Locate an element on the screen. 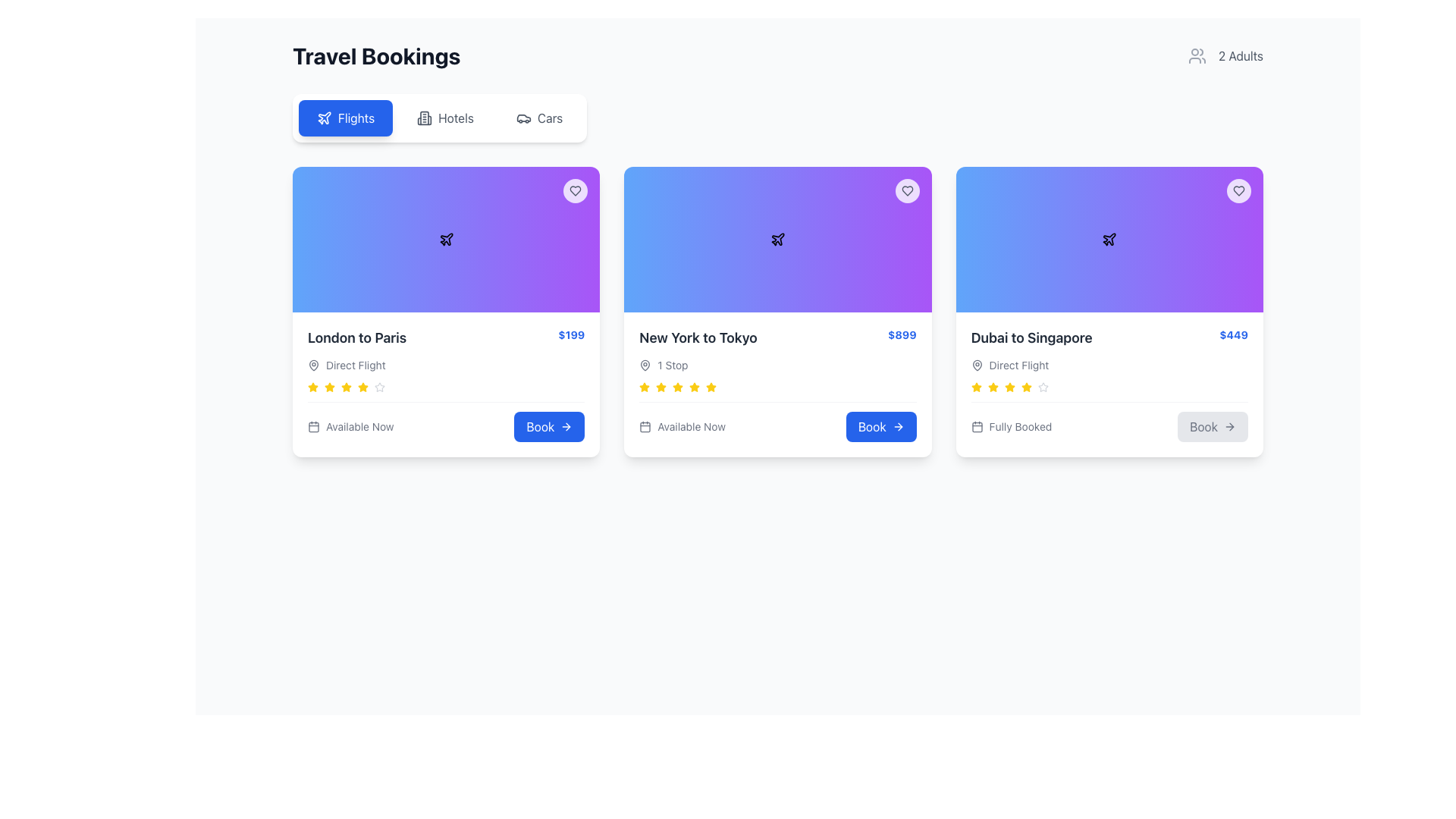 The width and height of the screenshot is (1456, 819). the flight icon located centrally inside the second card from the left in a horizontal grid of three cards in the travel booking interface is located at coordinates (778, 239).